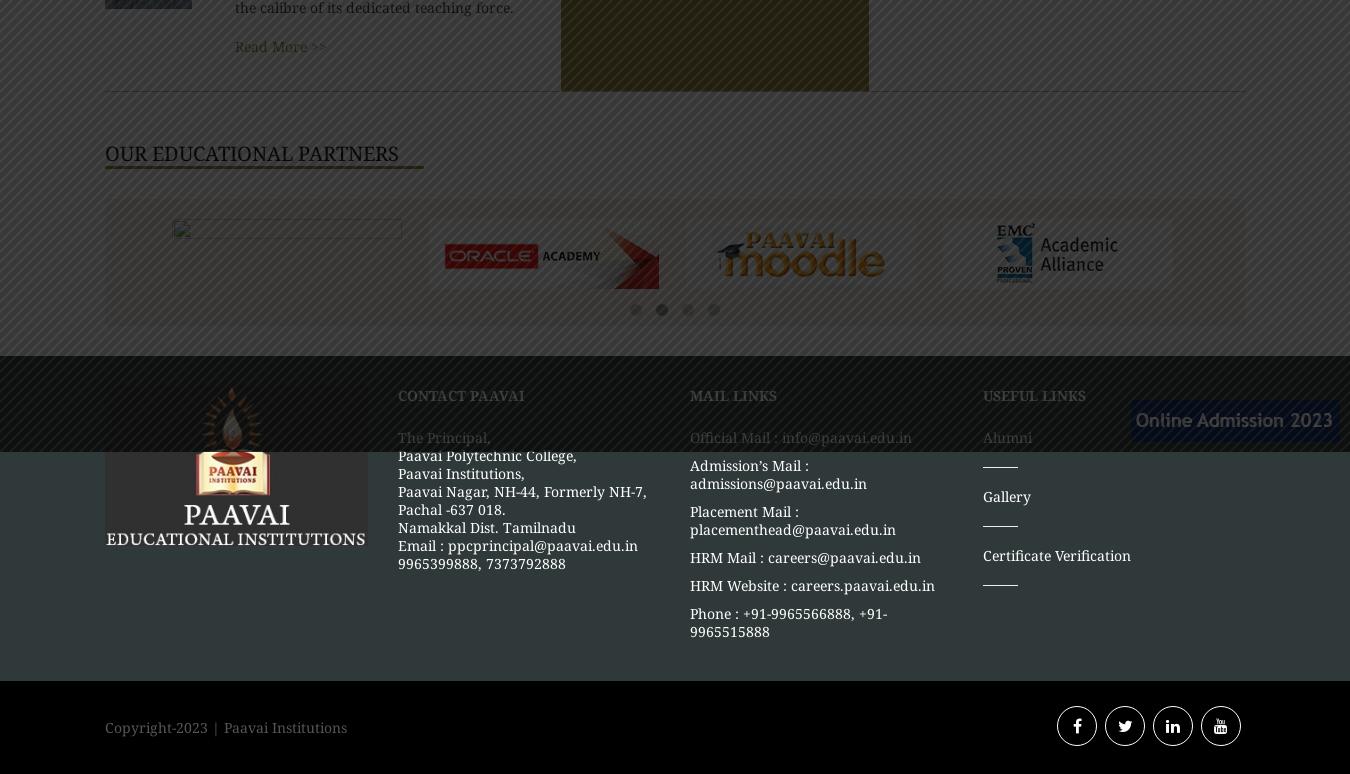  Describe the element at coordinates (1081, 131) in the screenshot. I see `'WEBMINAR ON “FOOD HABITS & ITS IMPACT ON LIFESTYLE DISEASES” WAS HELD ON 25.05.2019'` at that location.